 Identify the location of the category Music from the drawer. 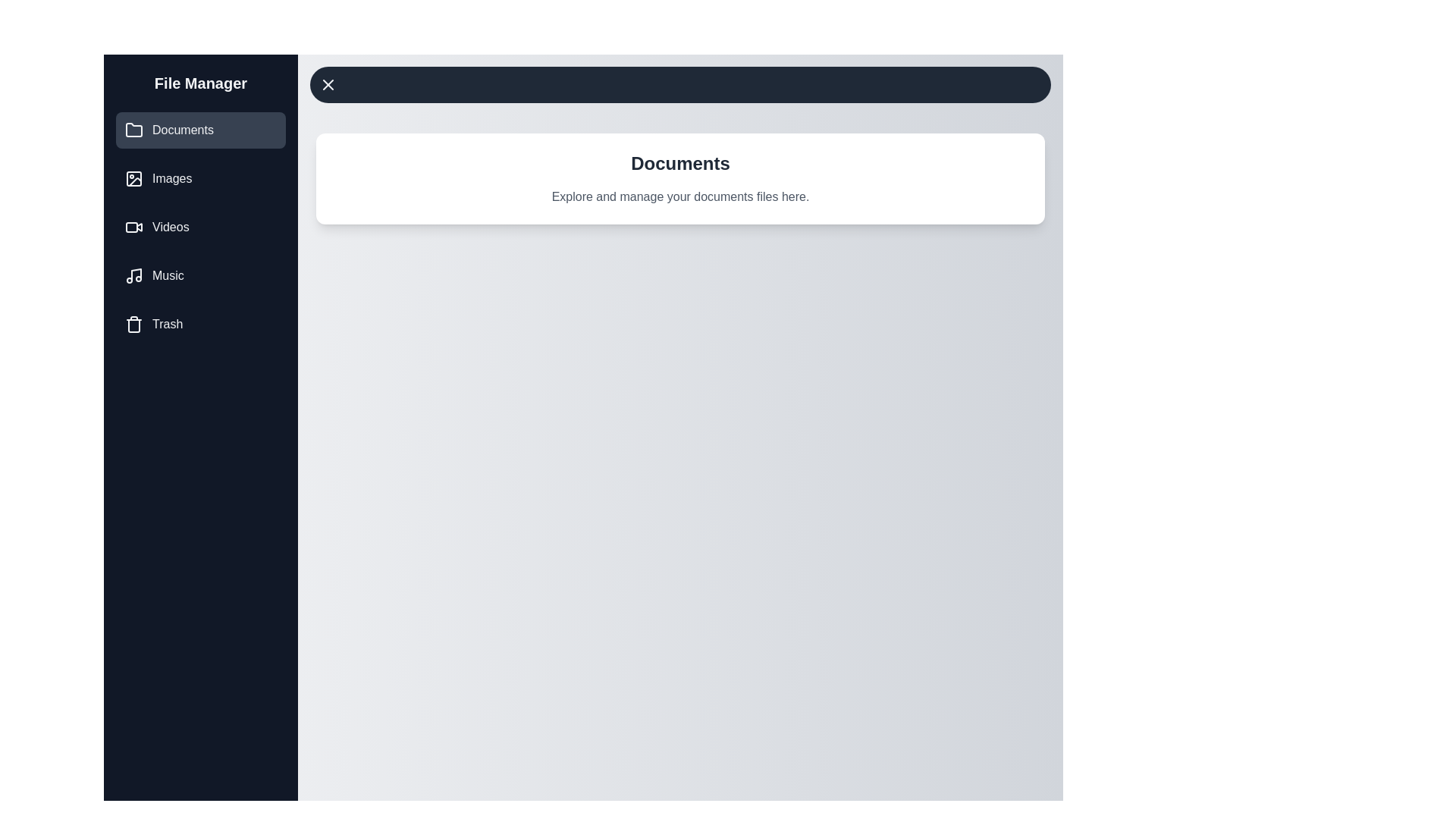
(199, 275).